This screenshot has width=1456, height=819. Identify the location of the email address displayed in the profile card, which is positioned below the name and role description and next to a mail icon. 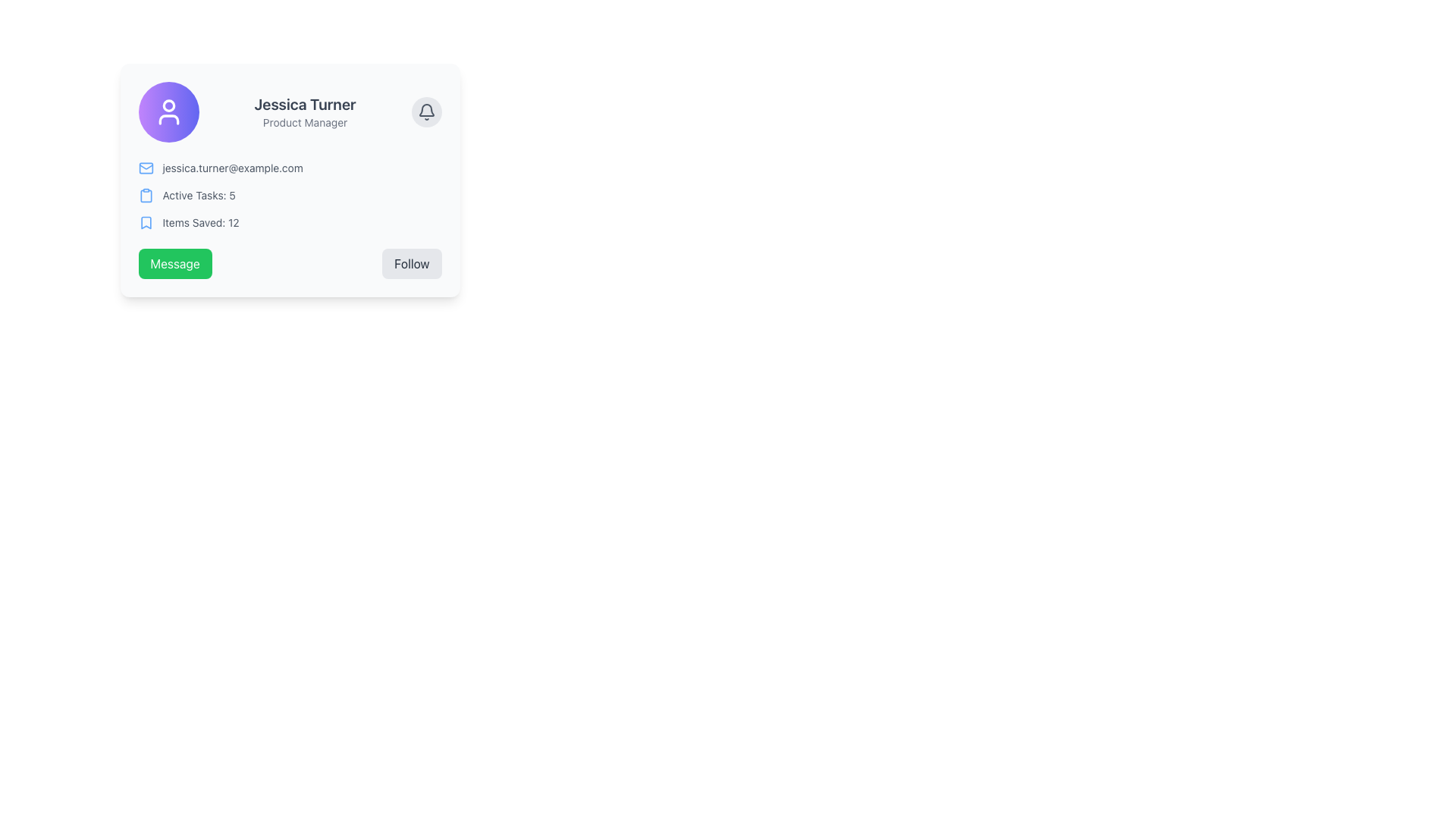
(232, 168).